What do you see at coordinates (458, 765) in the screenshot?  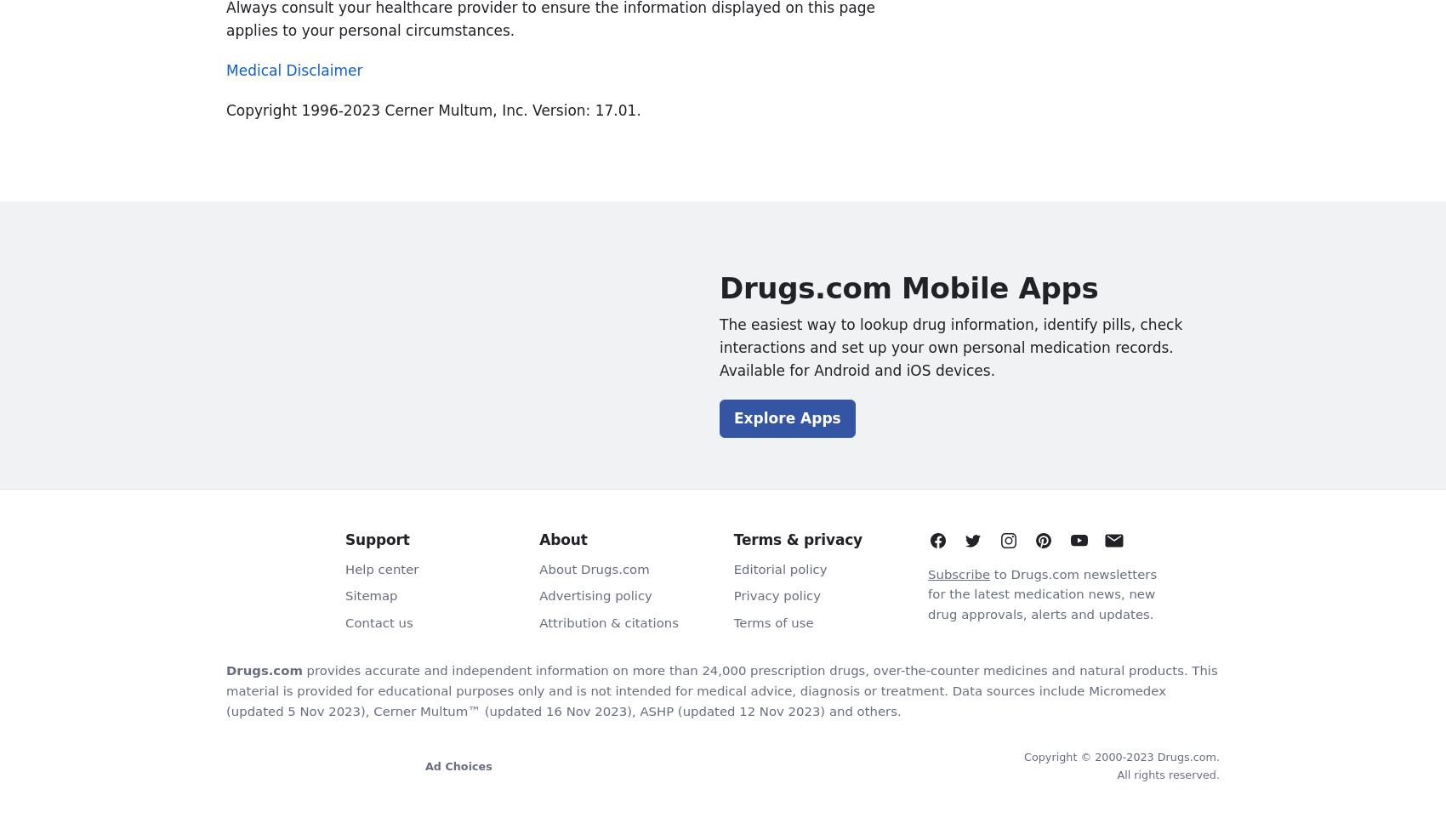 I see `'Ad Choices'` at bounding box center [458, 765].